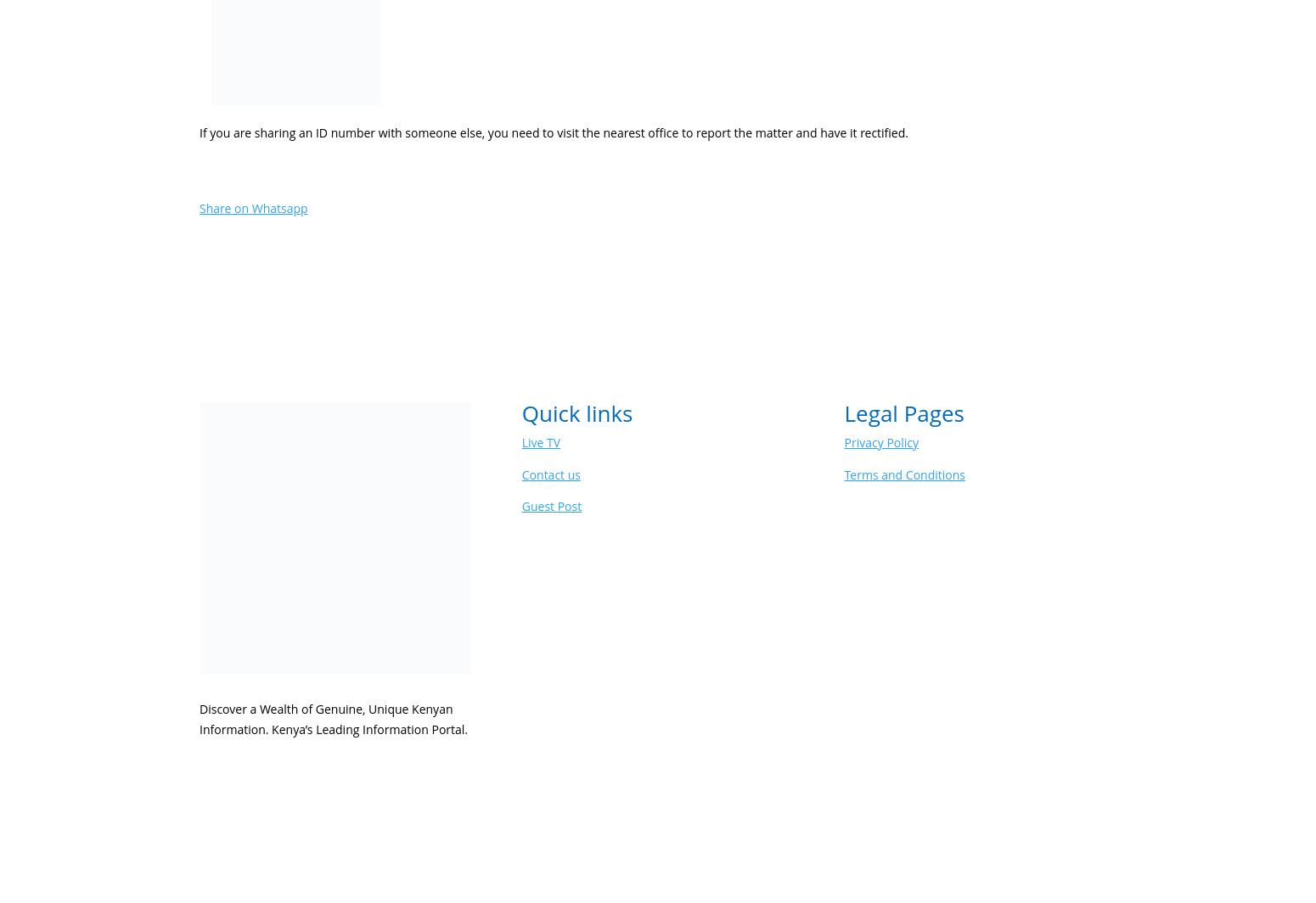 The image size is (1316, 903). Describe the element at coordinates (843, 412) in the screenshot. I see `'Legal Pages'` at that location.